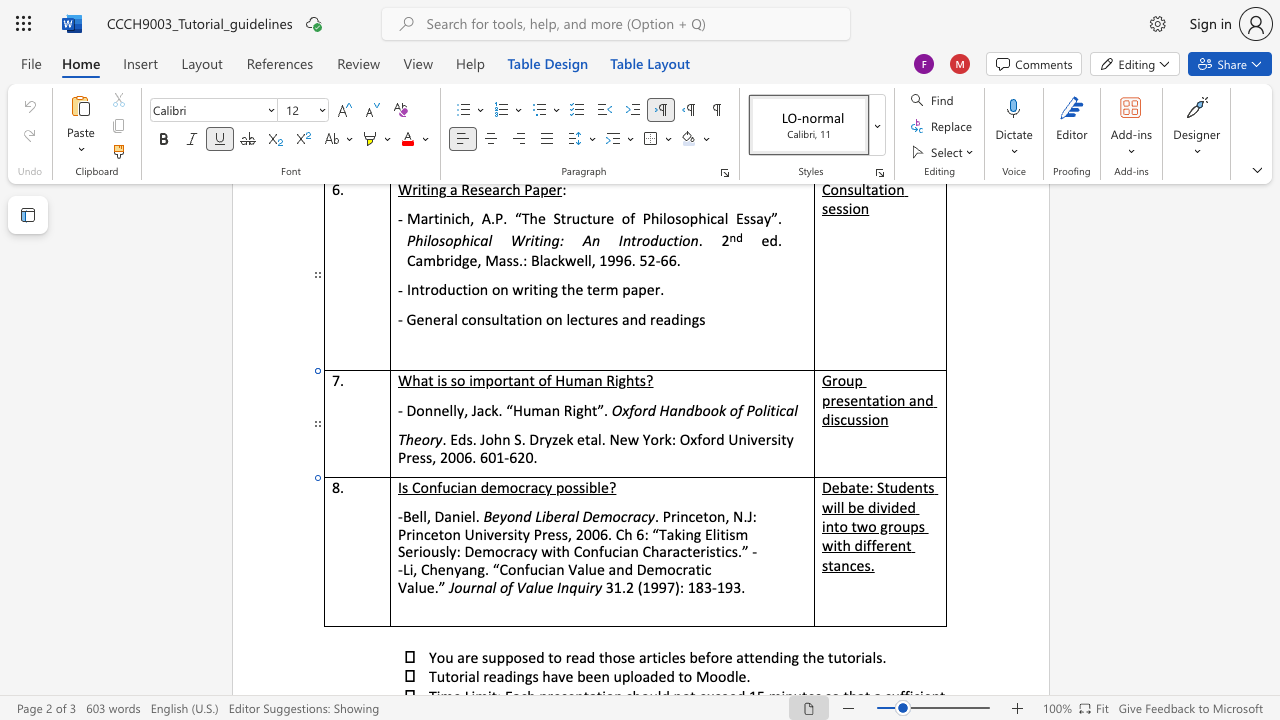  Describe the element at coordinates (510, 380) in the screenshot. I see `the 2th character "t" in the text` at that location.